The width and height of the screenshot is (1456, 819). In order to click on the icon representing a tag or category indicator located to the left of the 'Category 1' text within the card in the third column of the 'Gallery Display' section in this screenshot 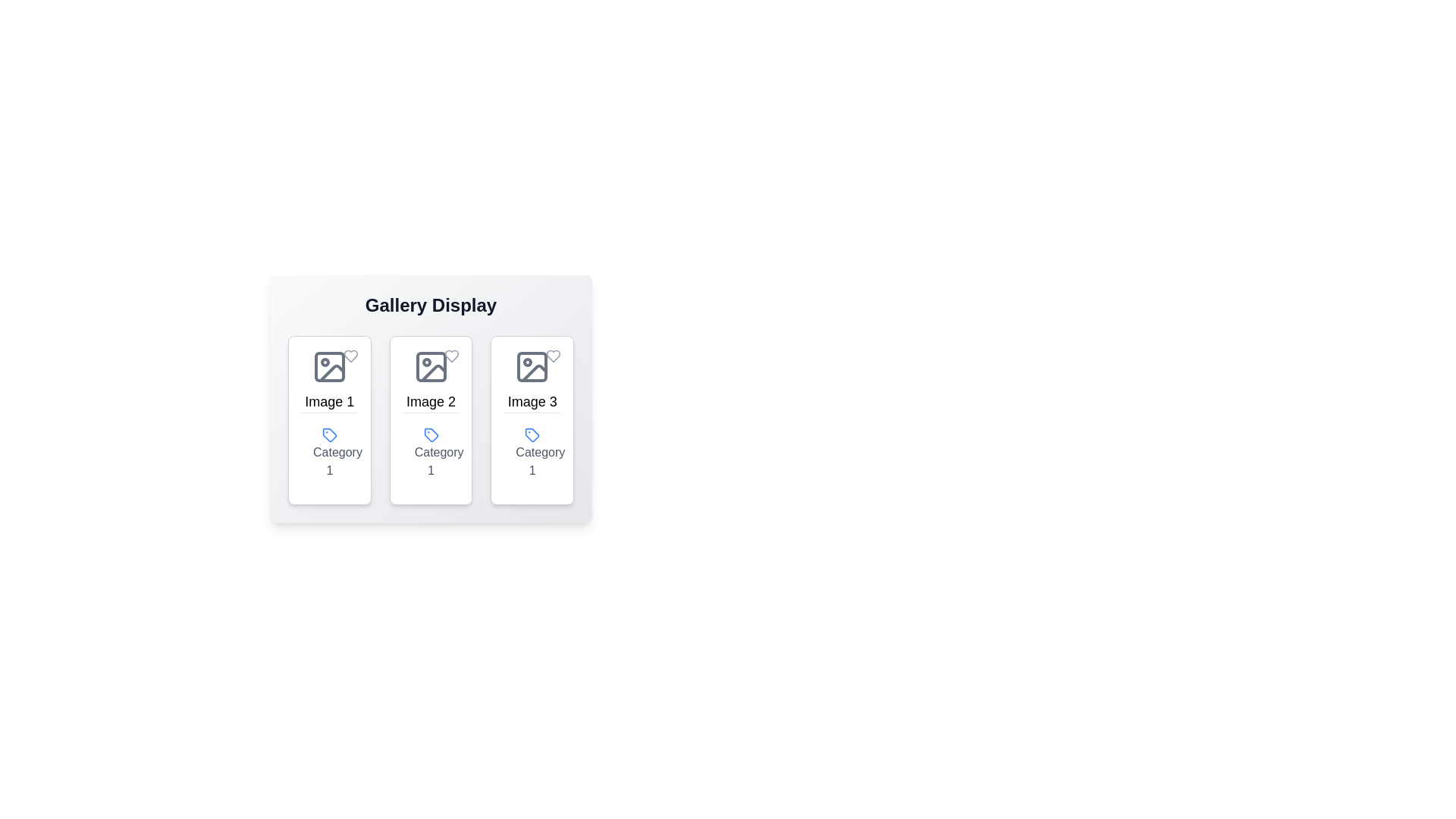, I will do `click(532, 435)`.